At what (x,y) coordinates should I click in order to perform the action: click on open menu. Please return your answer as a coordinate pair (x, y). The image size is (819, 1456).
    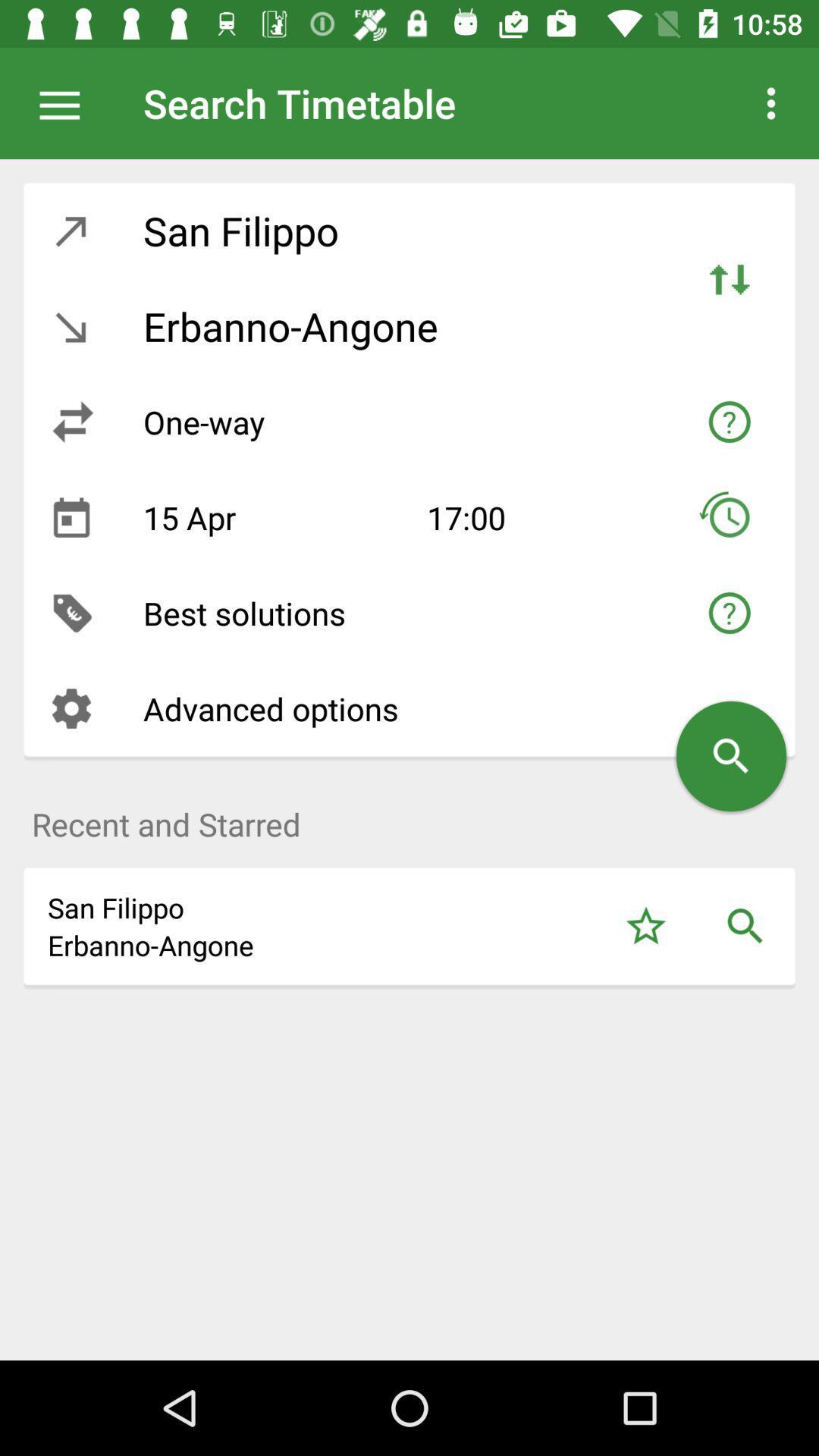
    Looking at the image, I should click on (67, 102).